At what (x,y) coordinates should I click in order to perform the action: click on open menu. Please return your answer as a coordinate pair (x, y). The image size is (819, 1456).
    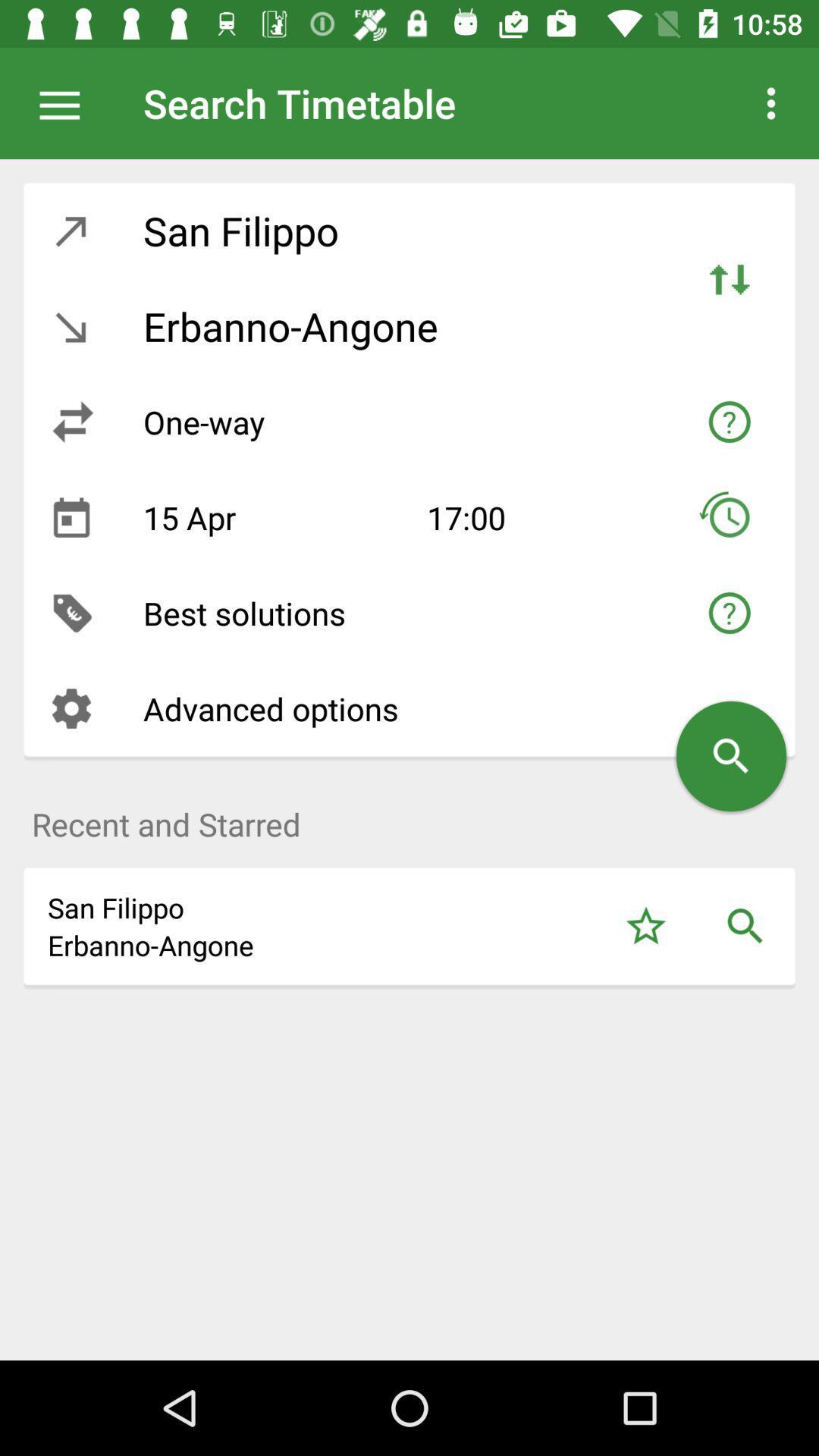
    Looking at the image, I should click on (67, 102).